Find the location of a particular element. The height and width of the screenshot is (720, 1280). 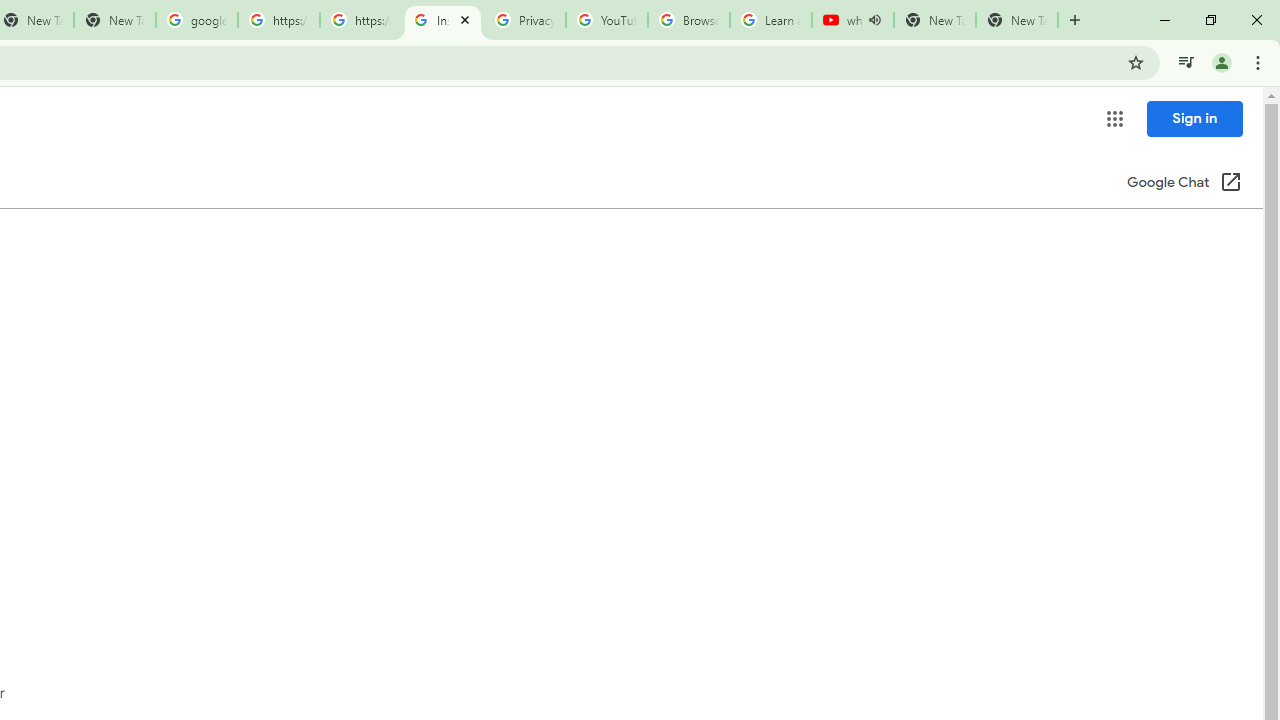

'Google Chat (Open in a new window)' is located at coordinates (1184, 183).